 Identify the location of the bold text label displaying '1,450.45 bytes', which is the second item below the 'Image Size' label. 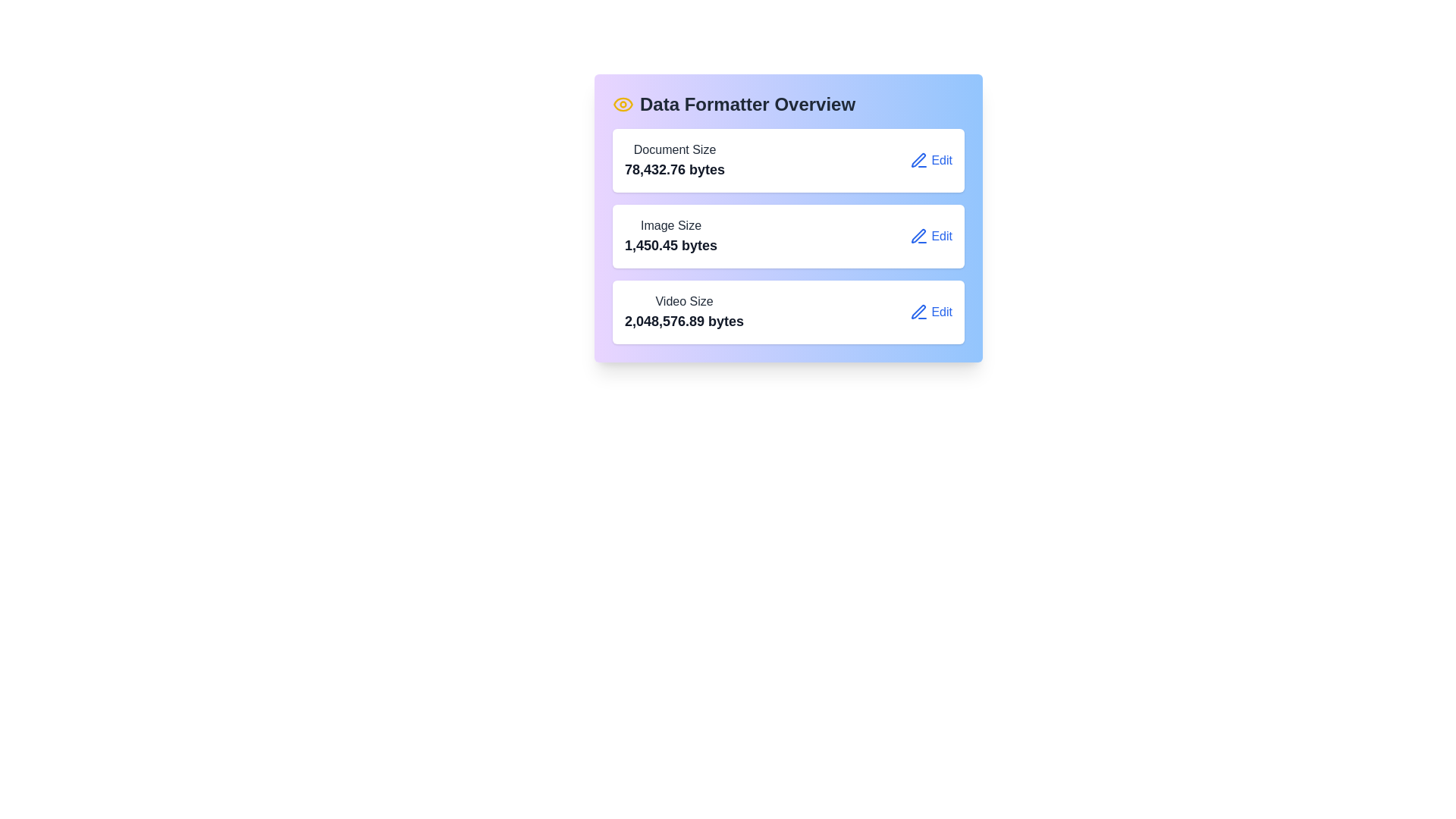
(670, 245).